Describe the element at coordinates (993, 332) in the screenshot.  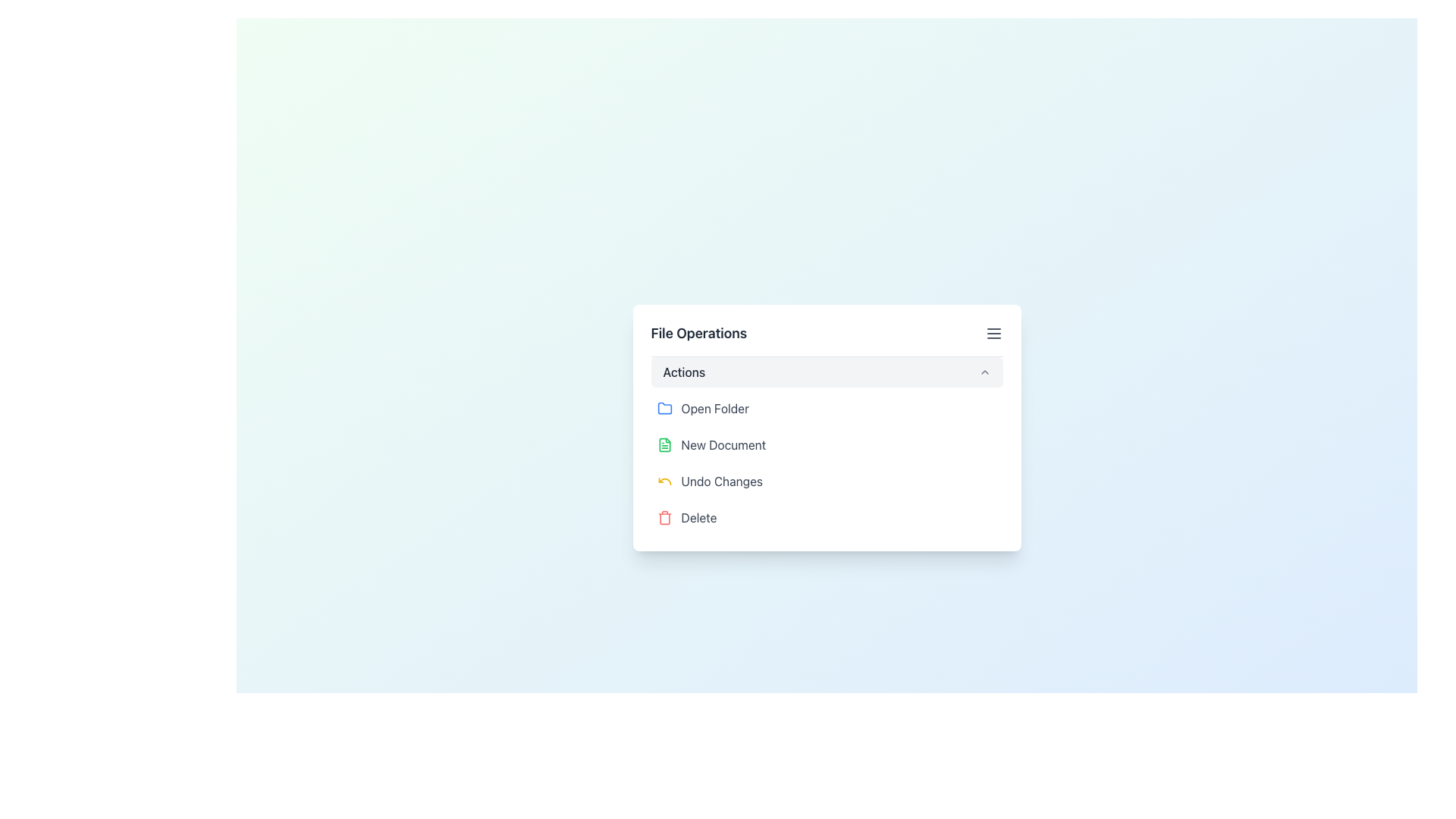
I see `the button at the far right end of the header section of the 'File Operations' card` at that location.